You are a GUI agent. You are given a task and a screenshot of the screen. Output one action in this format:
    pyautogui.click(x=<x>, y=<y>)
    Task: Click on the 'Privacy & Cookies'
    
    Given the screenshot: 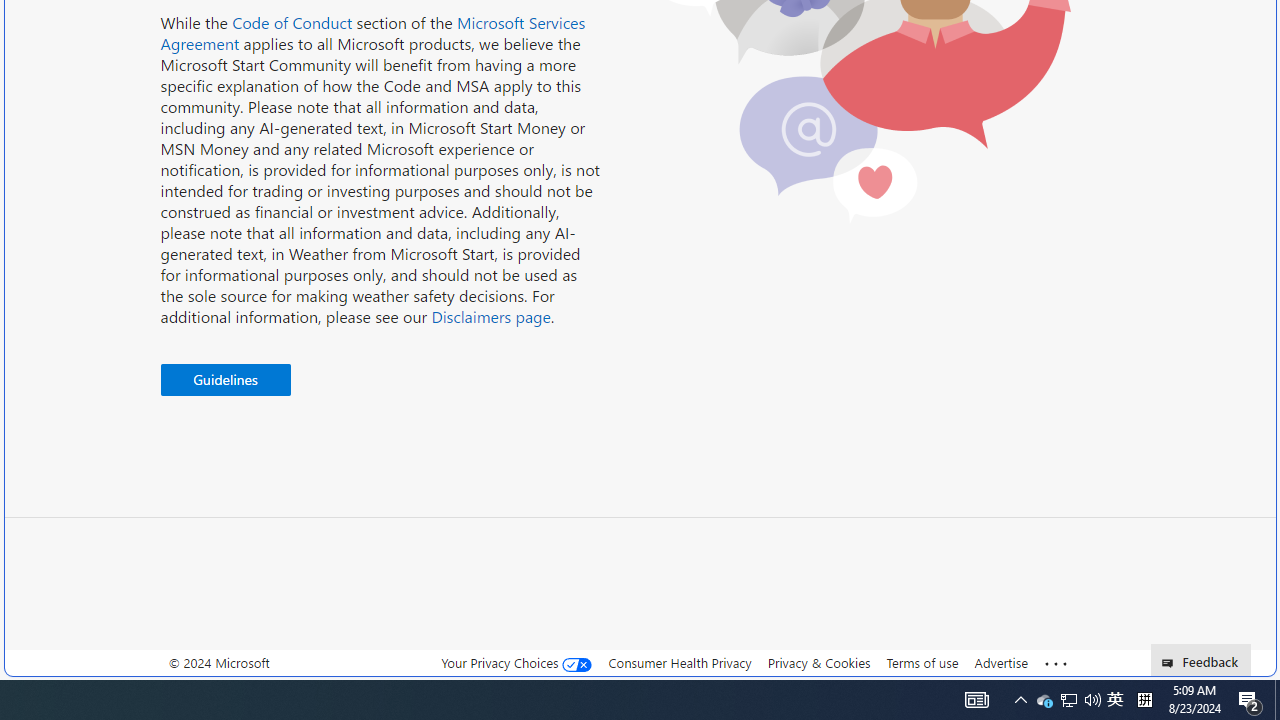 What is the action you would take?
    pyautogui.click(x=818, y=662)
    